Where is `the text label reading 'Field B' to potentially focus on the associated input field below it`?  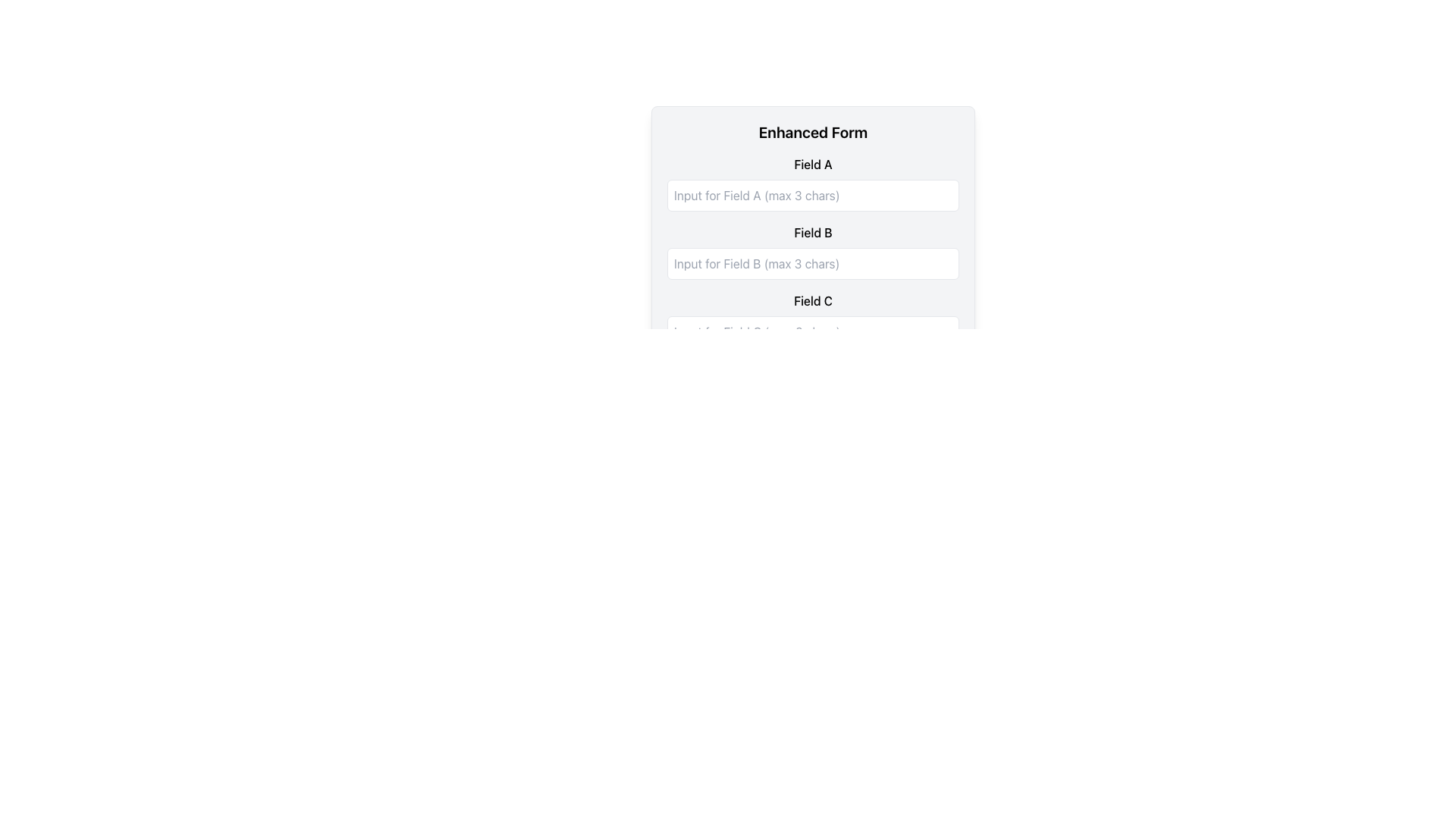 the text label reading 'Field B' to potentially focus on the associated input field below it is located at coordinates (812, 233).